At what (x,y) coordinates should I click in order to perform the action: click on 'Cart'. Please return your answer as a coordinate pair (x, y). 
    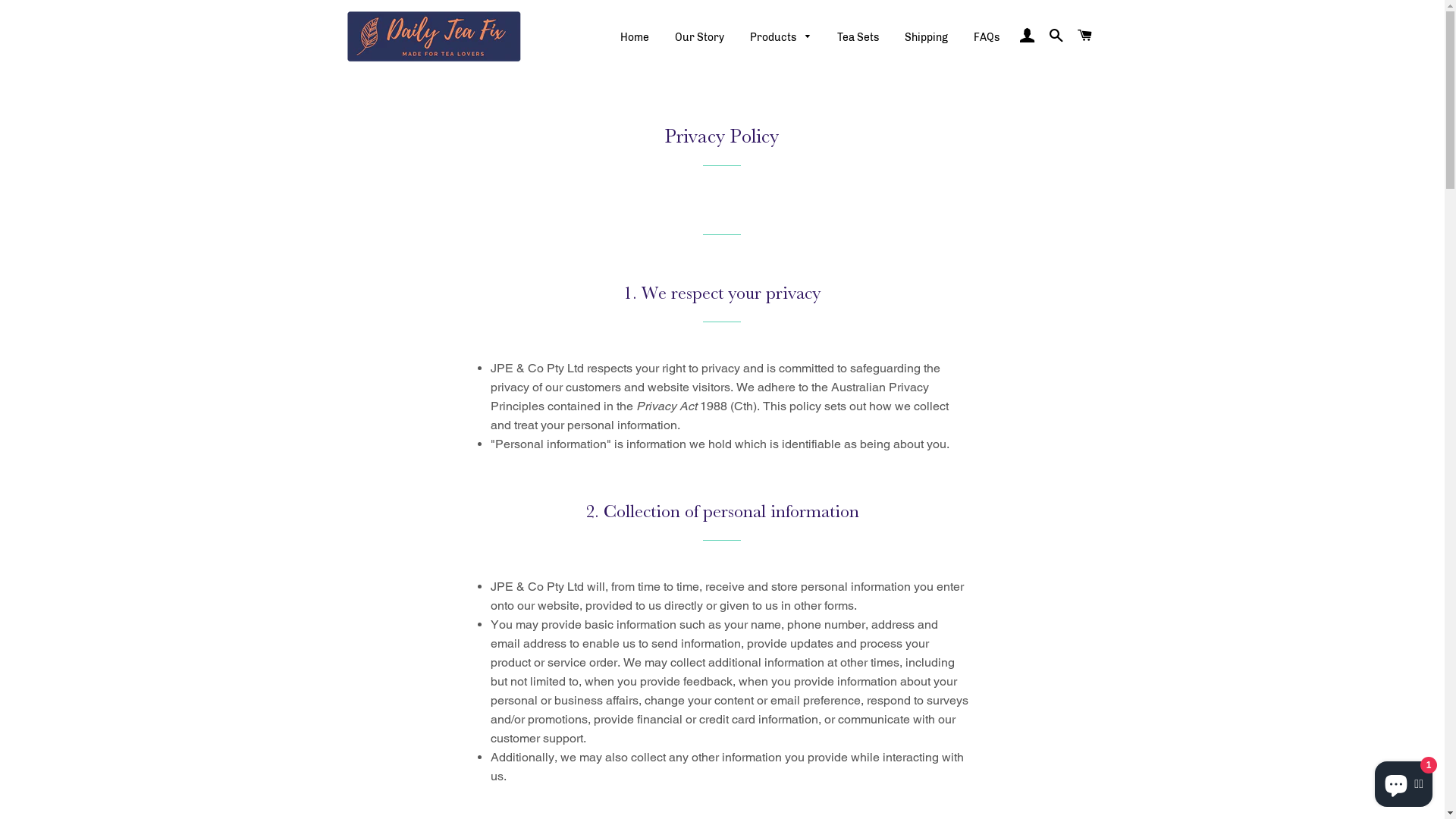
    Looking at the image, I should click on (1084, 35).